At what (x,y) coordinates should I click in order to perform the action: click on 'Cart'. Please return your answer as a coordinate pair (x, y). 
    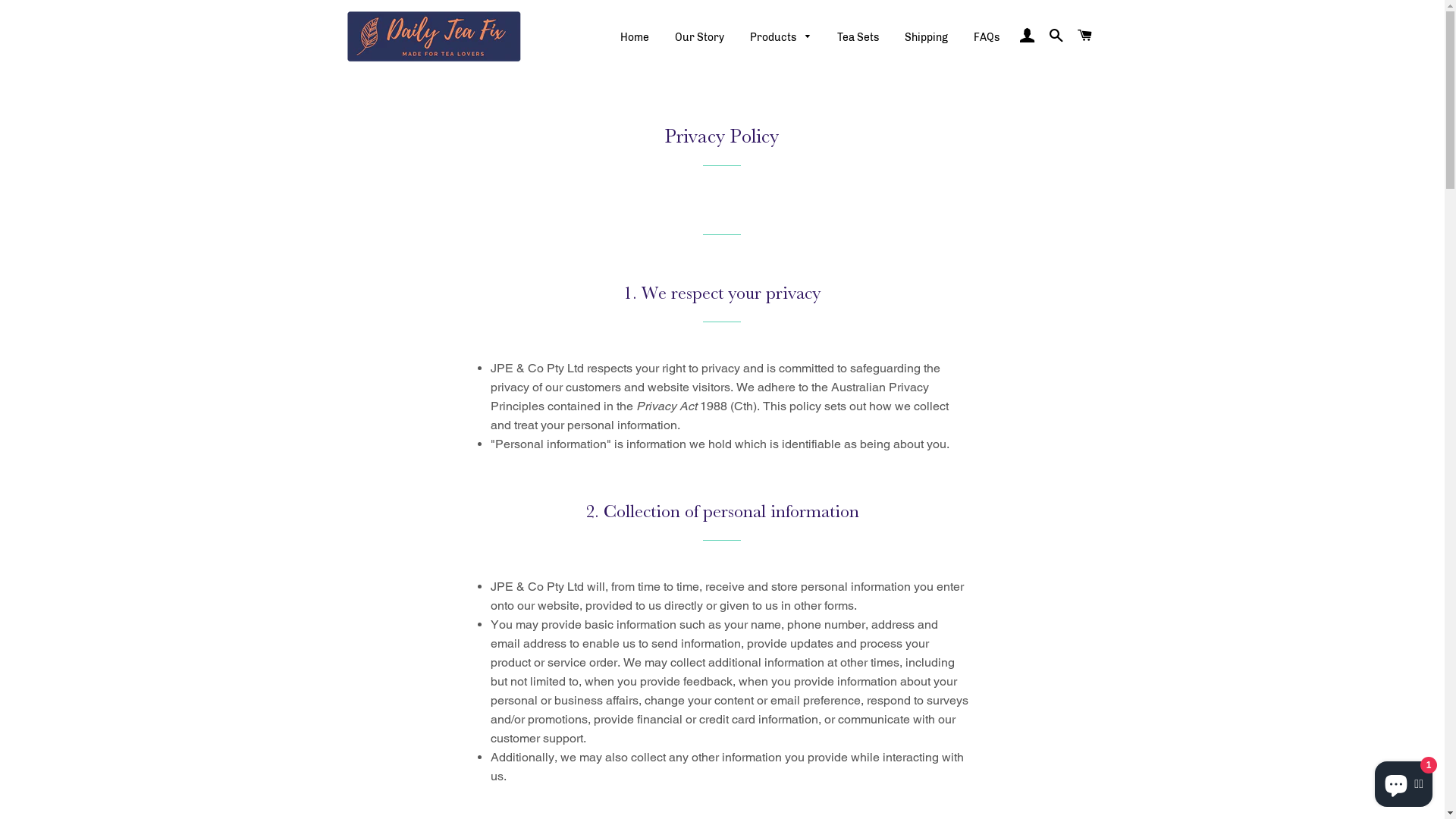
    Looking at the image, I should click on (1084, 35).